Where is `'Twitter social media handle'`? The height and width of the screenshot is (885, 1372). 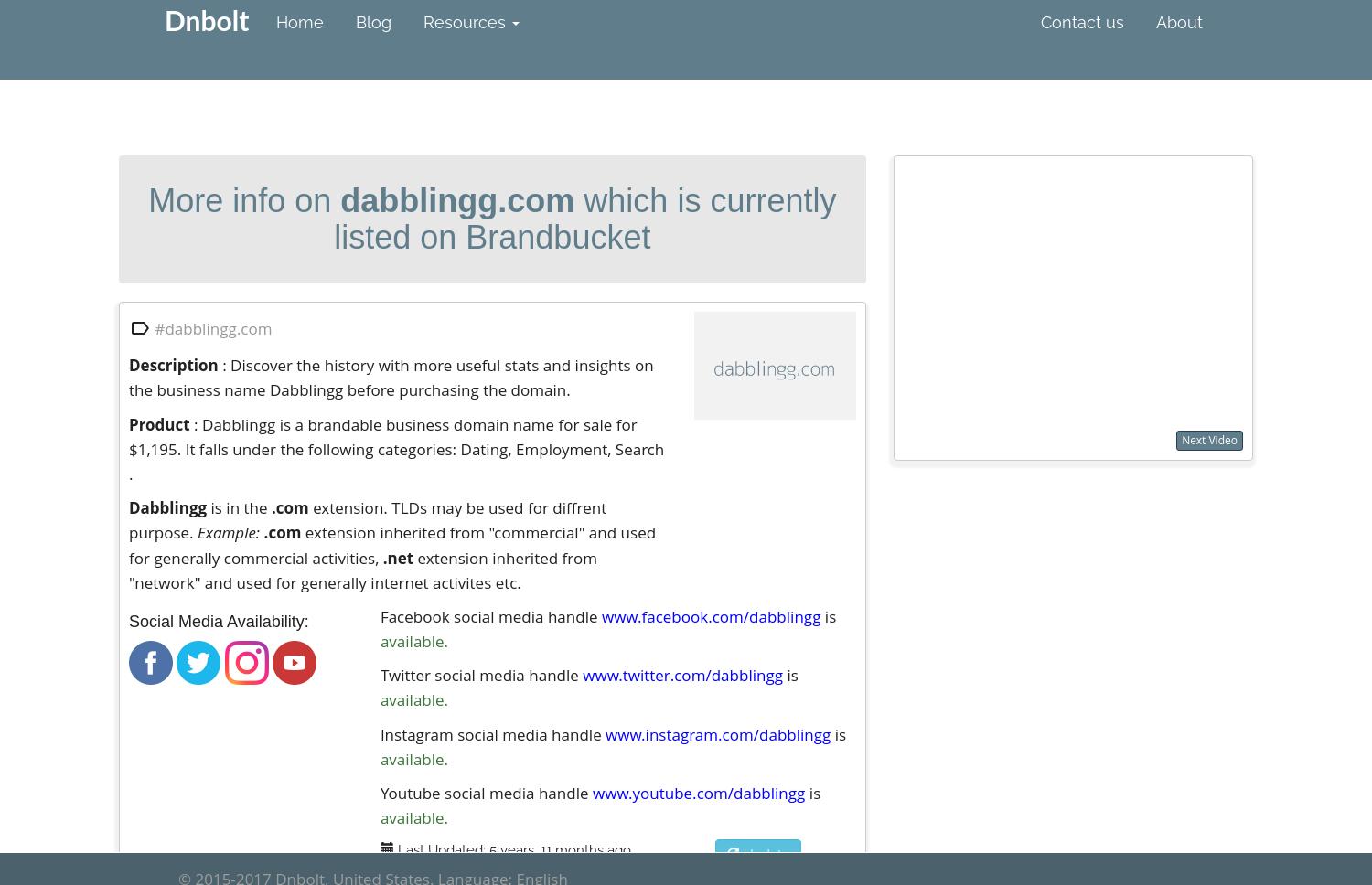 'Twitter social media handle' is located at coordinates (481, 675).